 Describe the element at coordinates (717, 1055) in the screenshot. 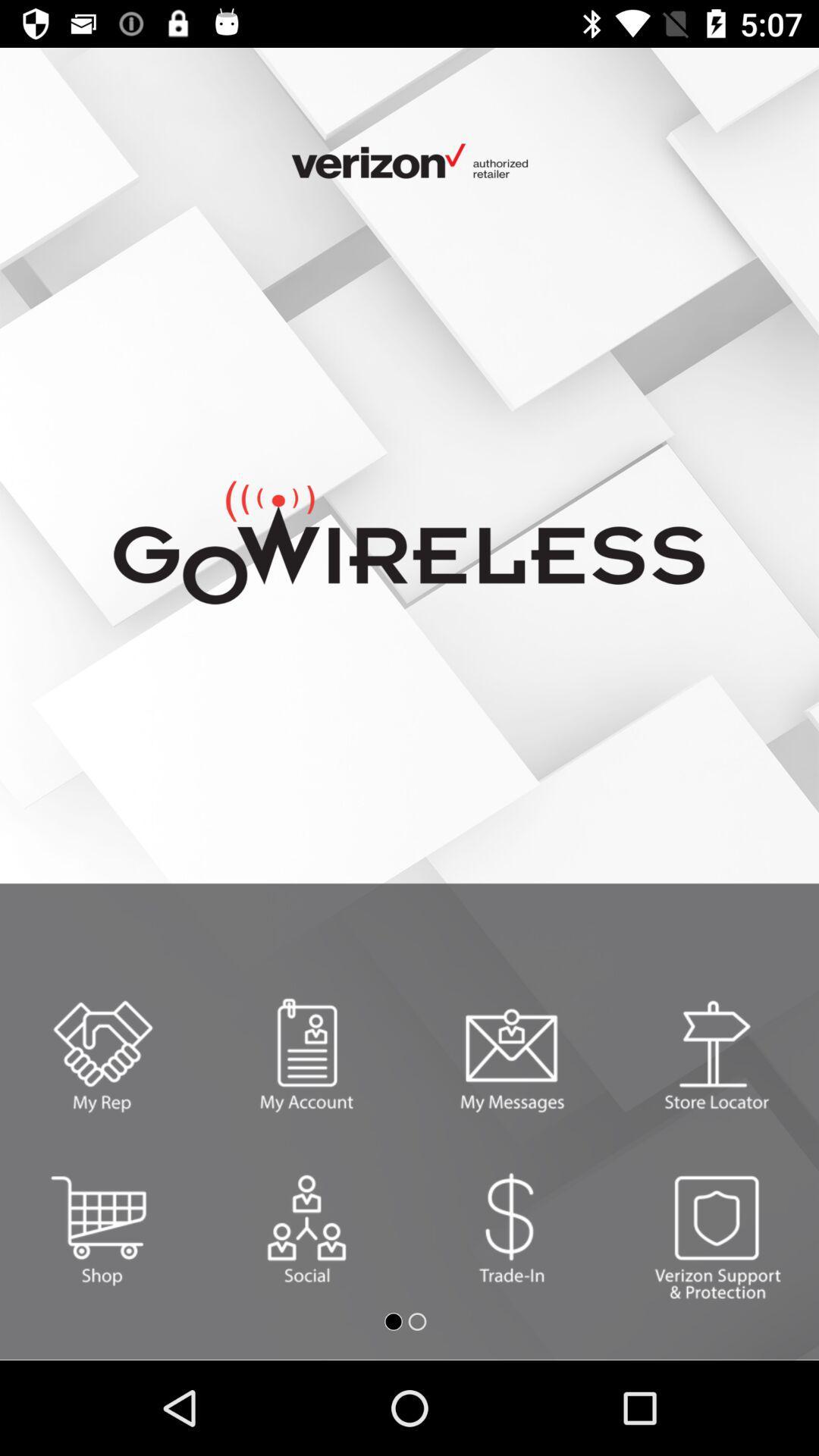

I see `the delete icon` at that location.